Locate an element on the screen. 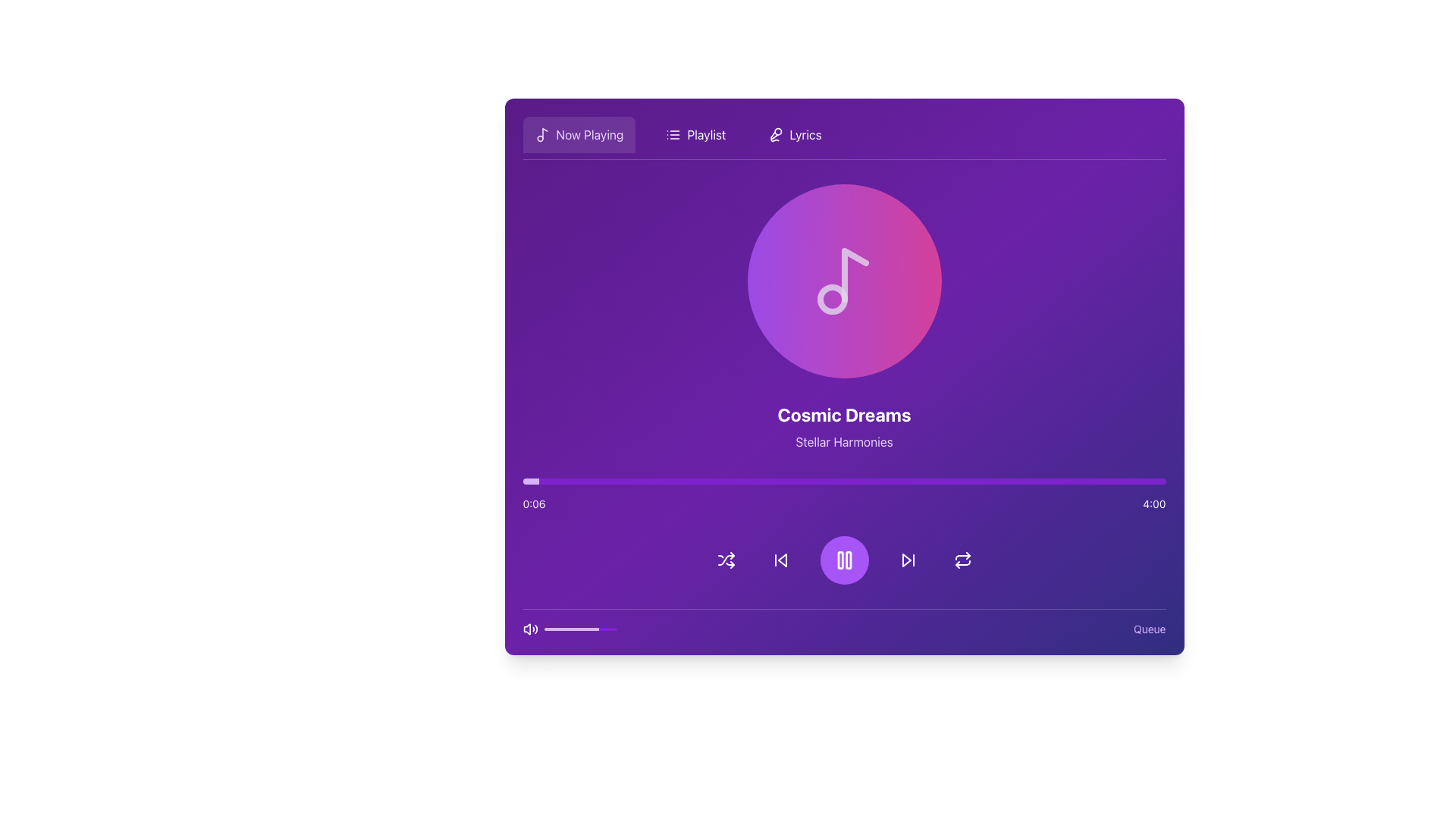 The height and width of the screenshot is (819, 1456). the progress bar that visually represents the current playback progress of a media track, located centrally above the playback control buttons is located at coordinates (843, 482).